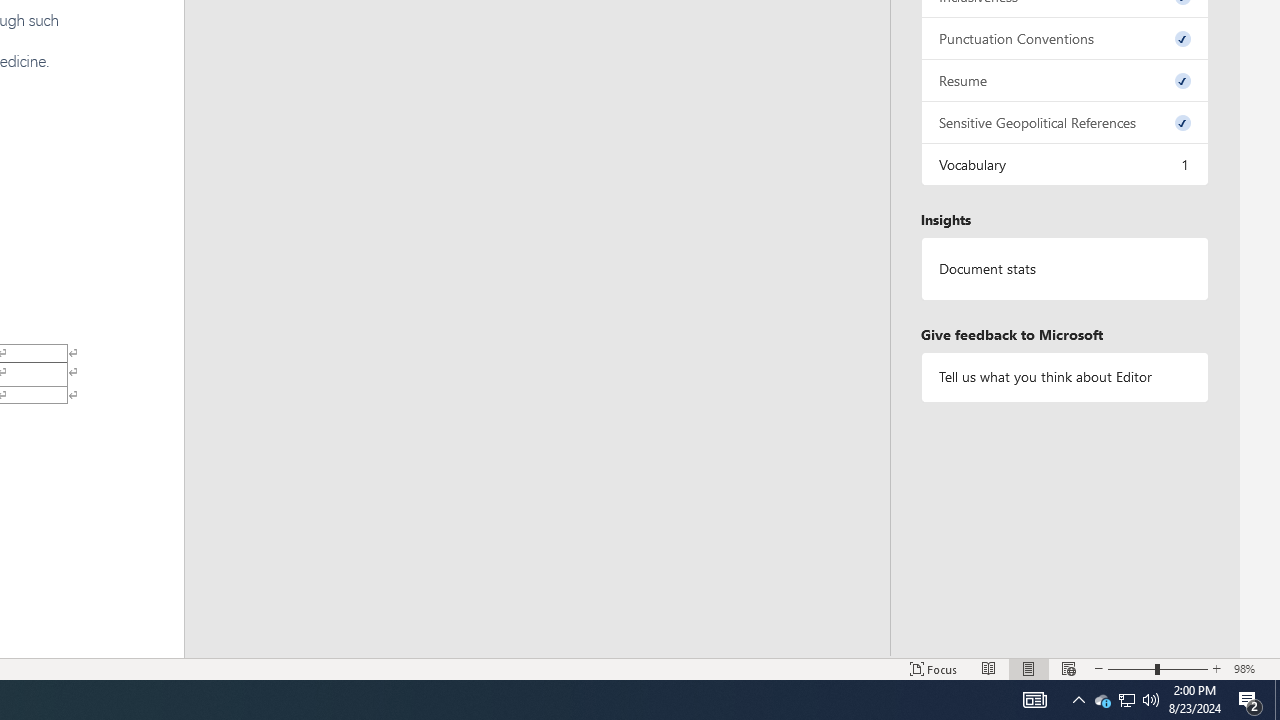  Describe the element at coordinates (1063, 268) in the screenshot. I see `'Document statistics'` at that location.